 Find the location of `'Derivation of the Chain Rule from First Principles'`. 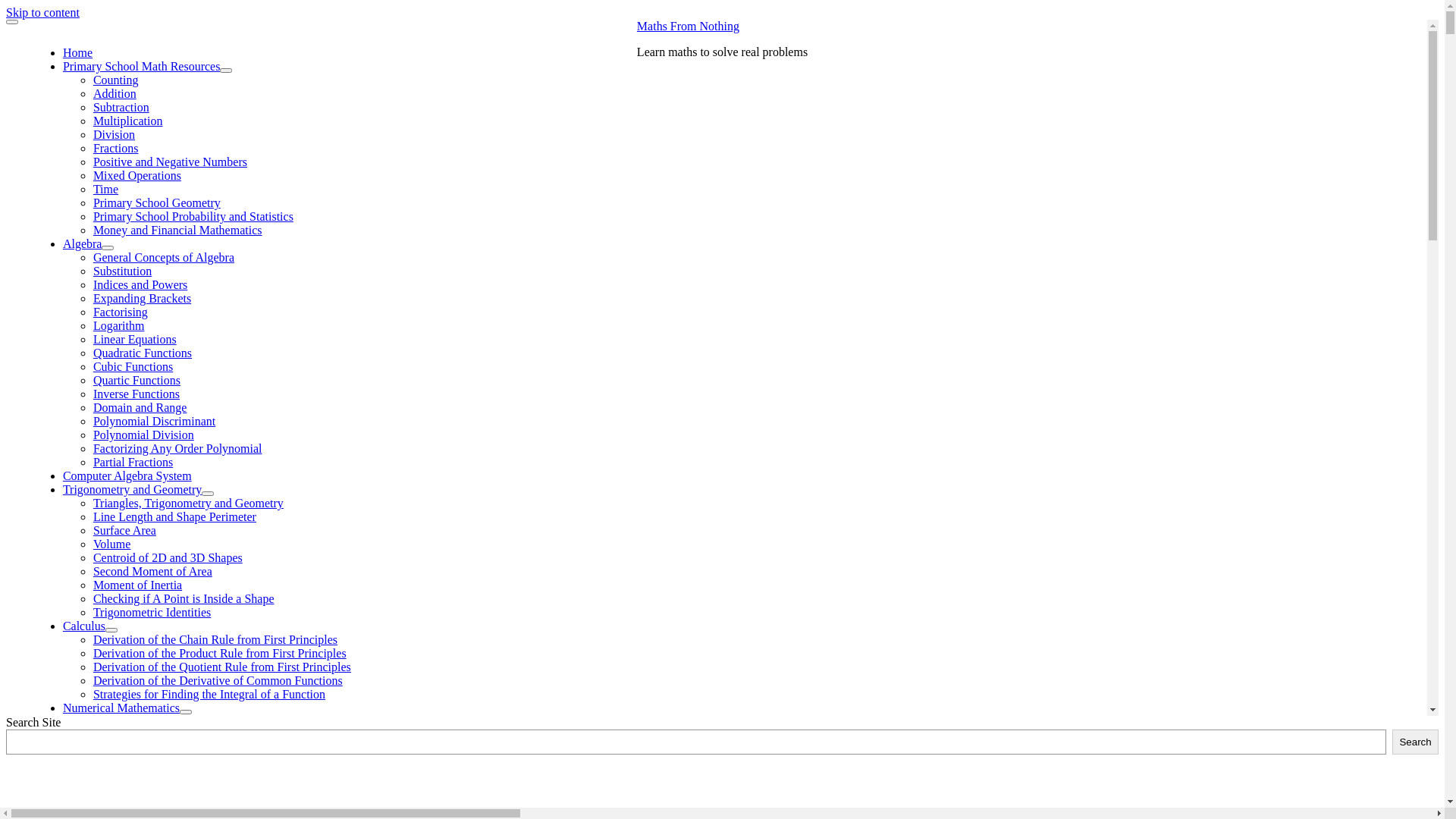

'Derivation of the Chain Rule from First Principles' is located at coordinates (214, 639).